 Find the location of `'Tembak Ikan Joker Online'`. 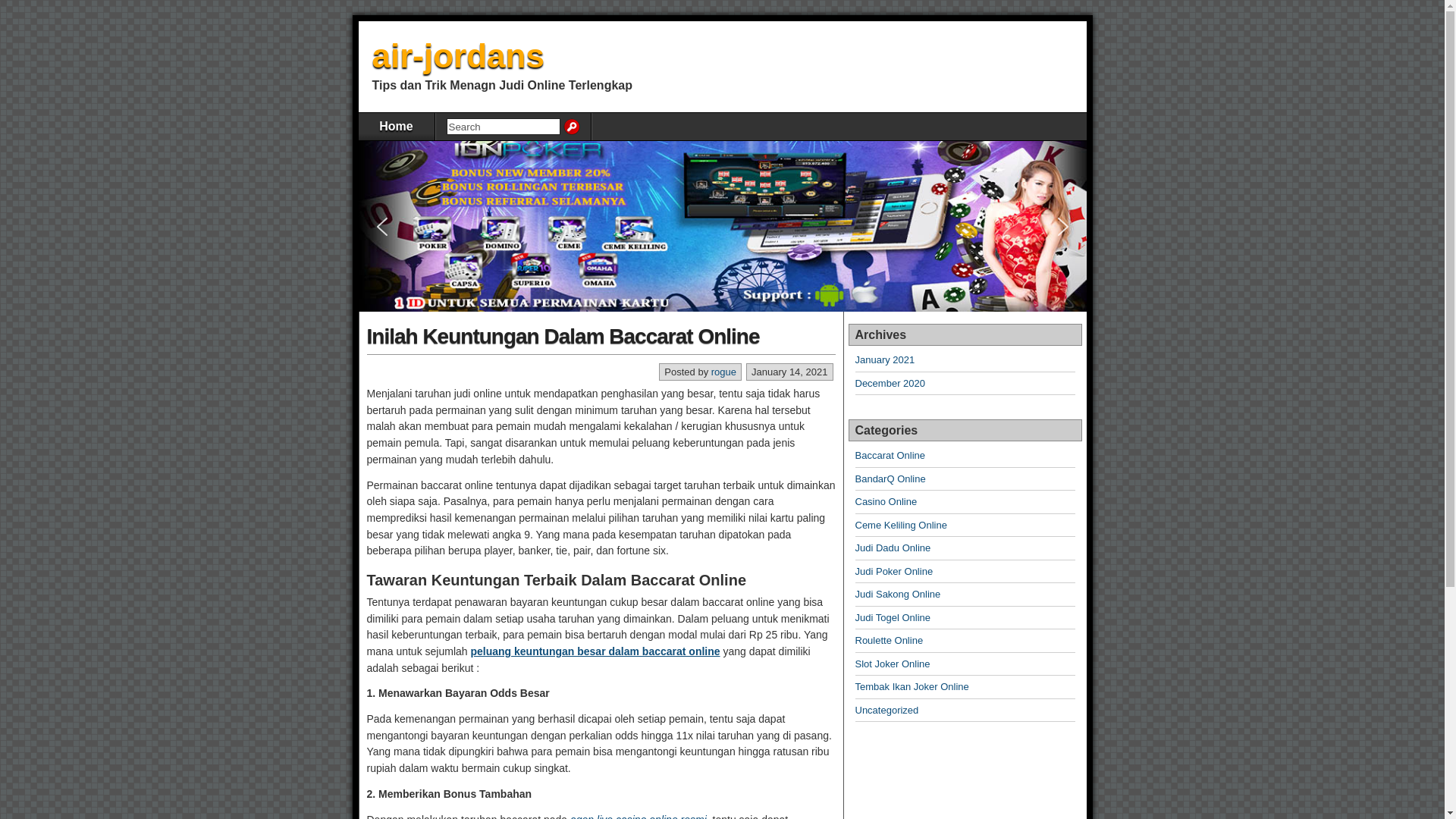

'Tembak Ikan Joker Online' is located at coordinates (912, 686).